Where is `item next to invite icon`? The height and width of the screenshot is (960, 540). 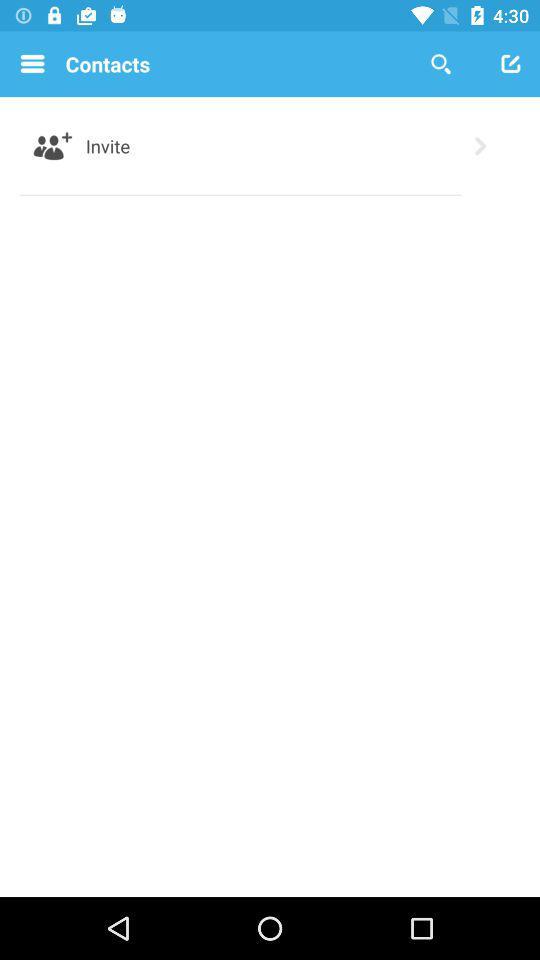 item next to invite icon is located at coordinates (53, 145).